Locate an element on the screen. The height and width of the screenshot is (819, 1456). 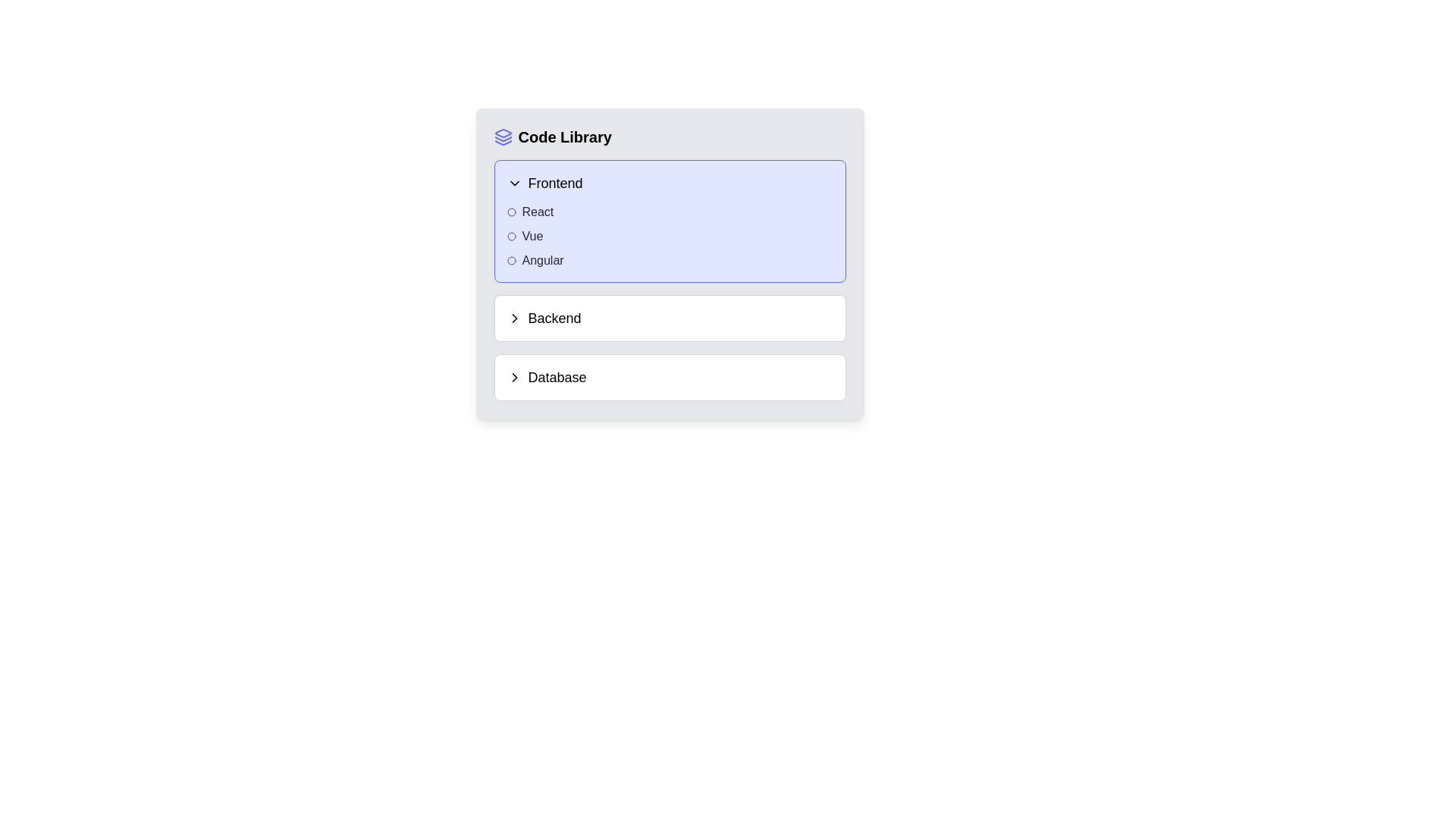
text label 'Vue' located in the 'Frontend' section of the collapsible menu, positioned beneath 'React' and above 'Angular' is located at coordinates (532, 237).